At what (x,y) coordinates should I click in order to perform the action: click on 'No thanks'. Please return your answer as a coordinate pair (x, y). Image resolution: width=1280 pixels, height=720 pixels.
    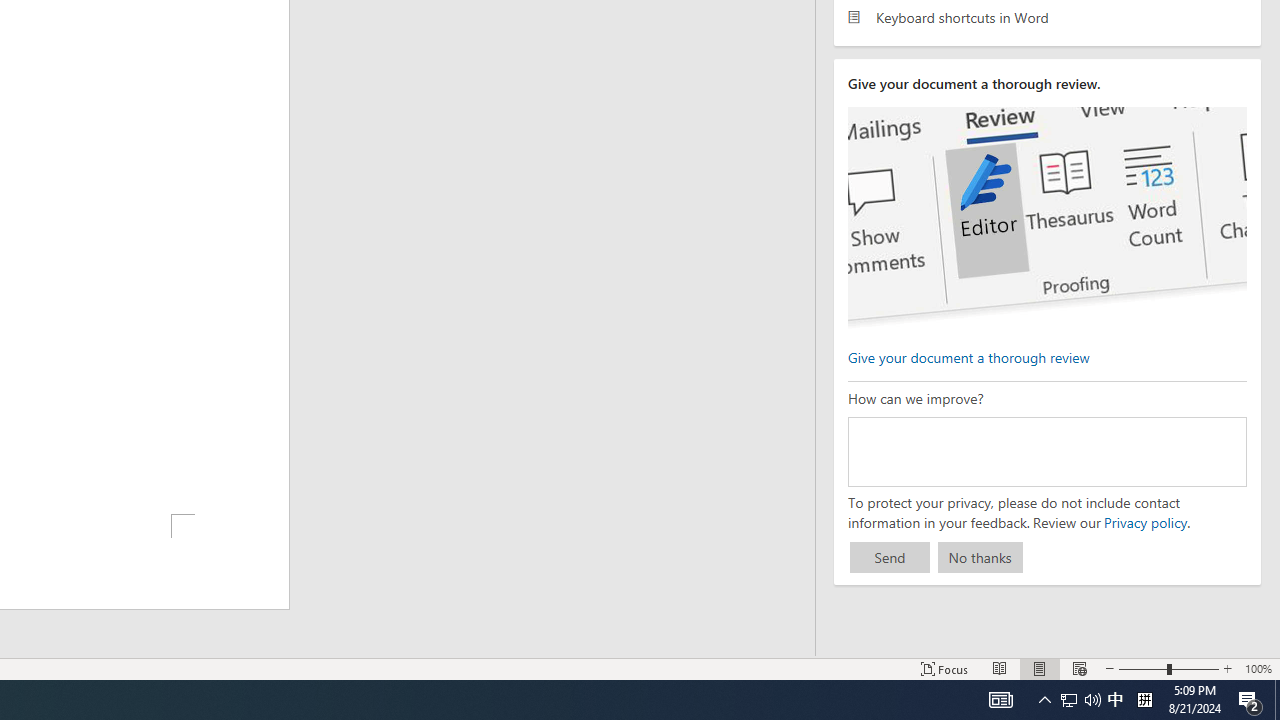
    Looking at the image, I should click on (980, 557).